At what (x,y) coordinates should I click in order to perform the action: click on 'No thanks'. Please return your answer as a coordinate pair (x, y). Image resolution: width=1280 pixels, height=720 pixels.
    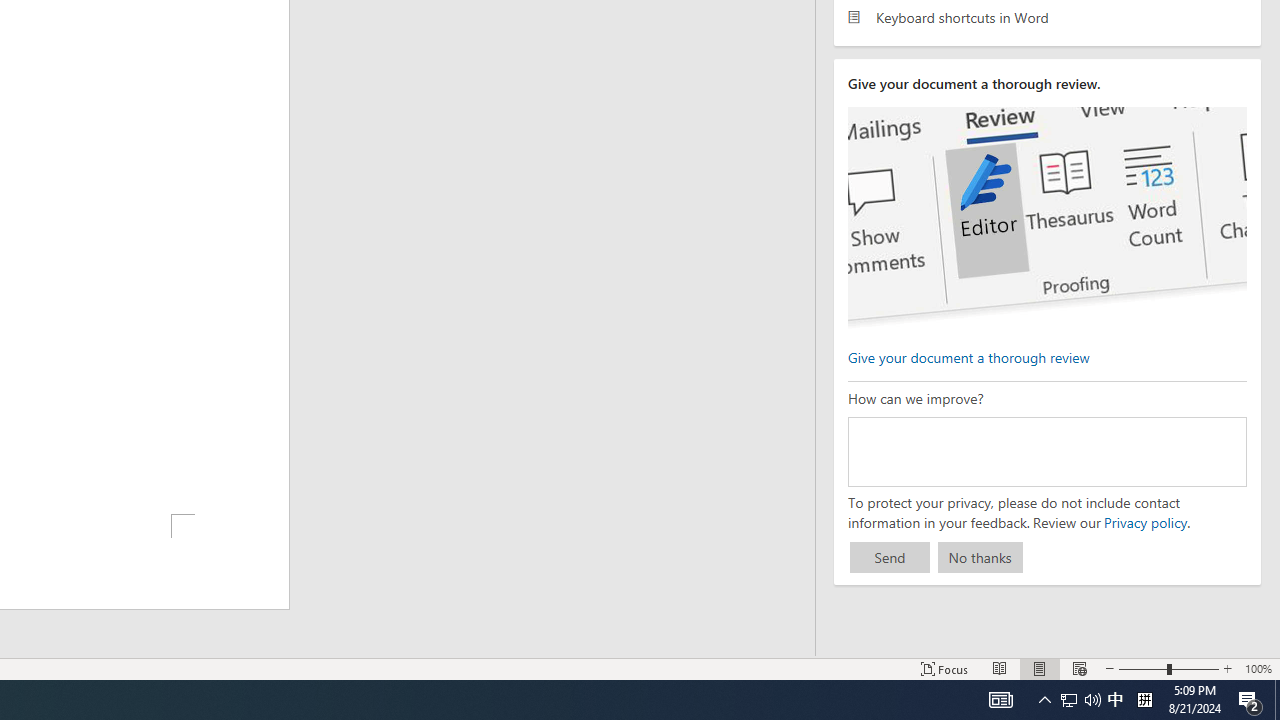
    Looking at the image, I should click on (980, 557).